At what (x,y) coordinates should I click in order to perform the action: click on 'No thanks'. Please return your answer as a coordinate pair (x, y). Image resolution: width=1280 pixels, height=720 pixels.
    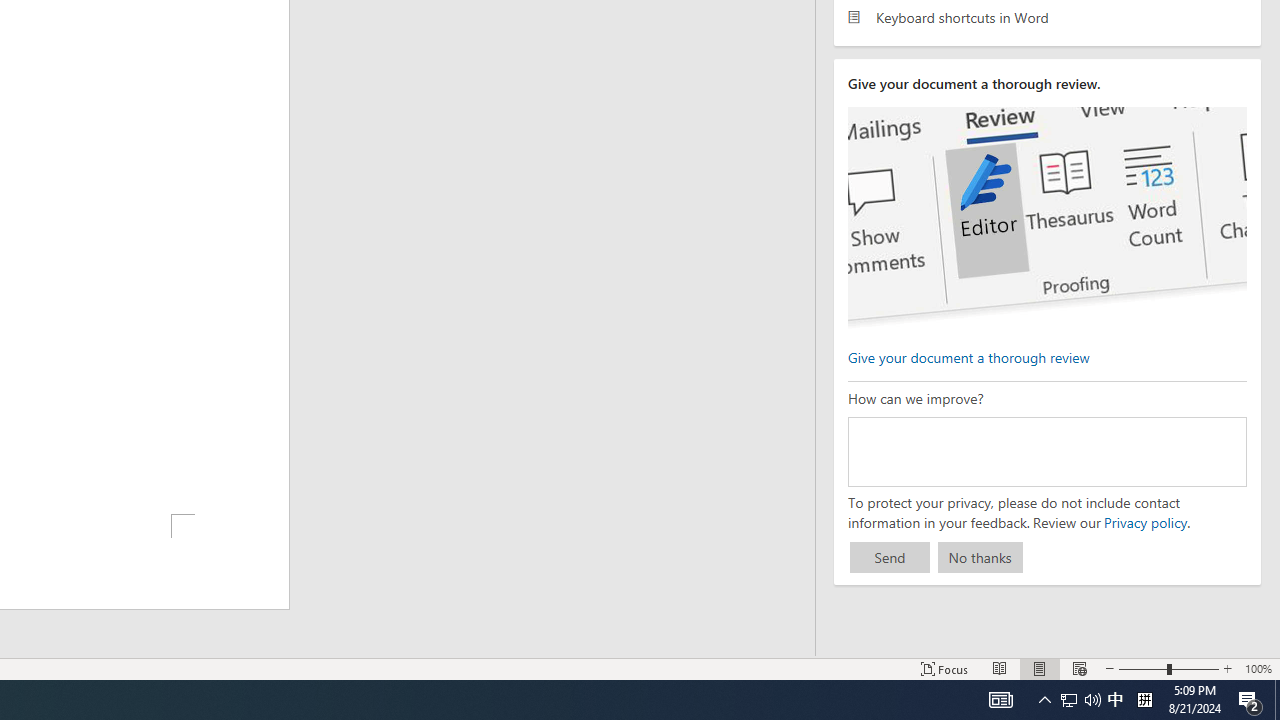
    Looking at the image, I should click on (980, 557).